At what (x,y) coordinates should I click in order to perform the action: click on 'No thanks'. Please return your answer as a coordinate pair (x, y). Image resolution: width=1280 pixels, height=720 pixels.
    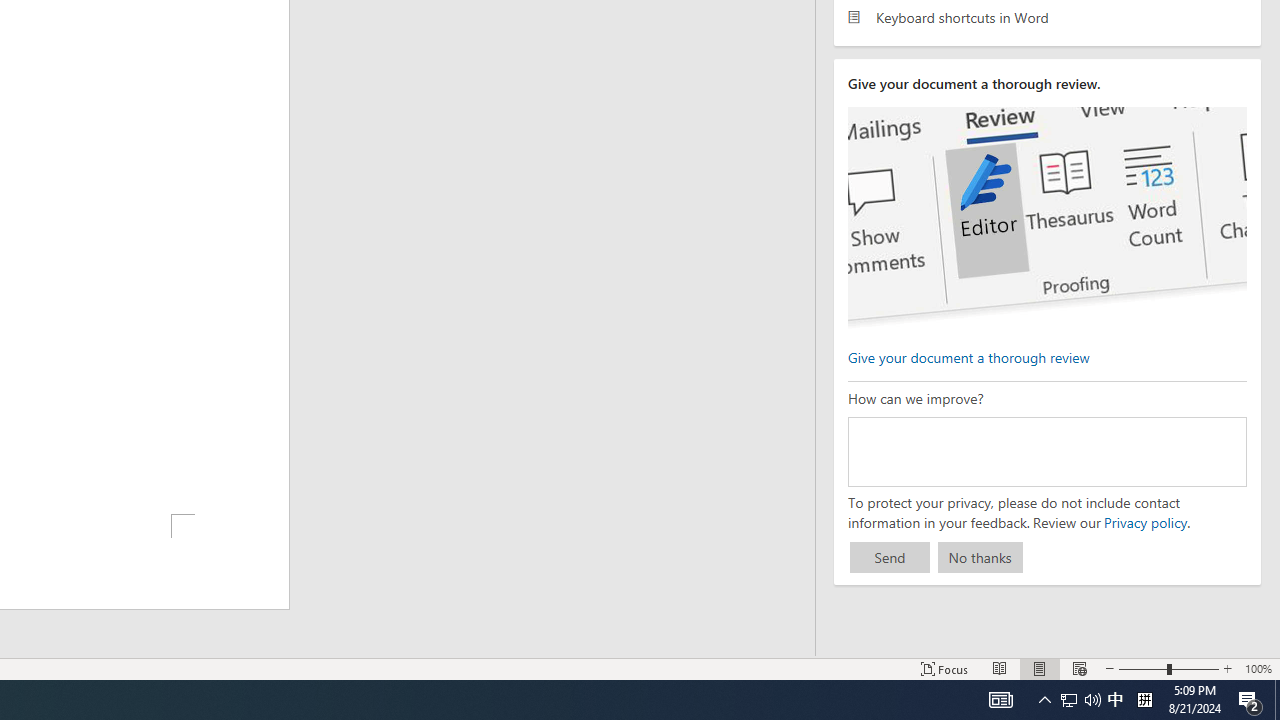
    Looking at the image, I should click on (980, 557).